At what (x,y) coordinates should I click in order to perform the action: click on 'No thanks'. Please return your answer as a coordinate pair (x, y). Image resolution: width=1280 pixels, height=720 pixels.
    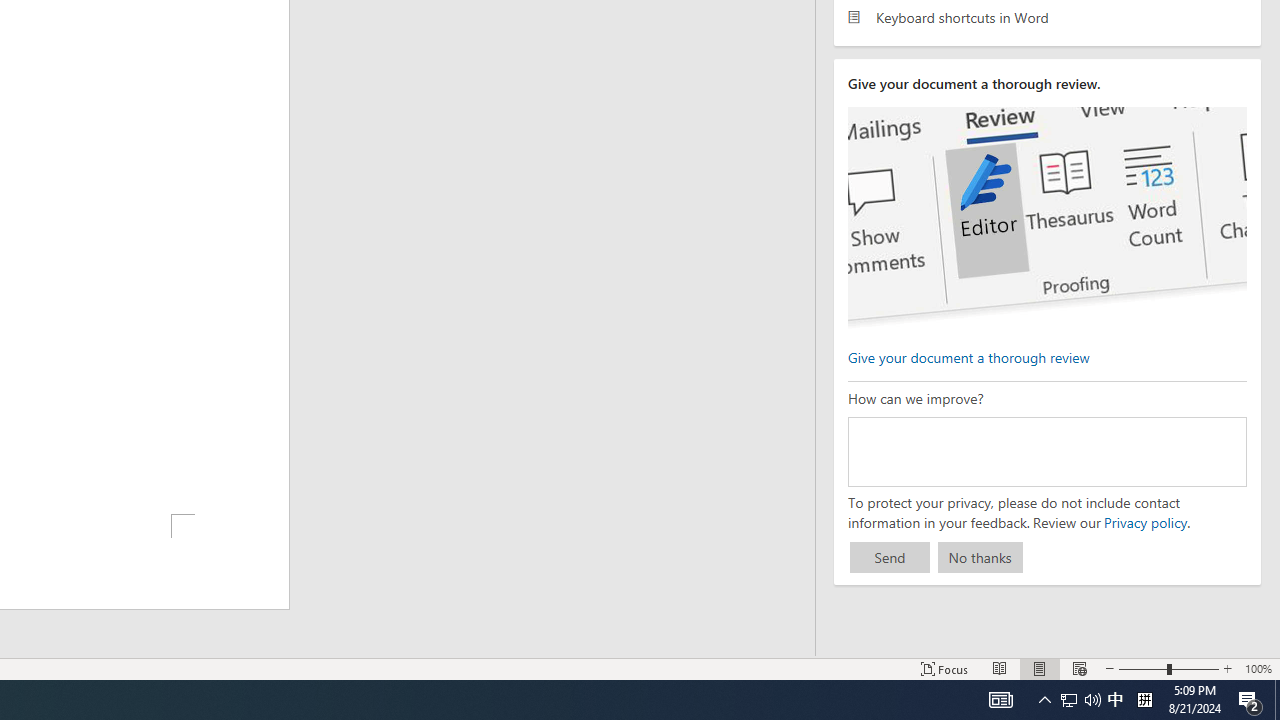
    Looking at the image, I should click on (980, 557).